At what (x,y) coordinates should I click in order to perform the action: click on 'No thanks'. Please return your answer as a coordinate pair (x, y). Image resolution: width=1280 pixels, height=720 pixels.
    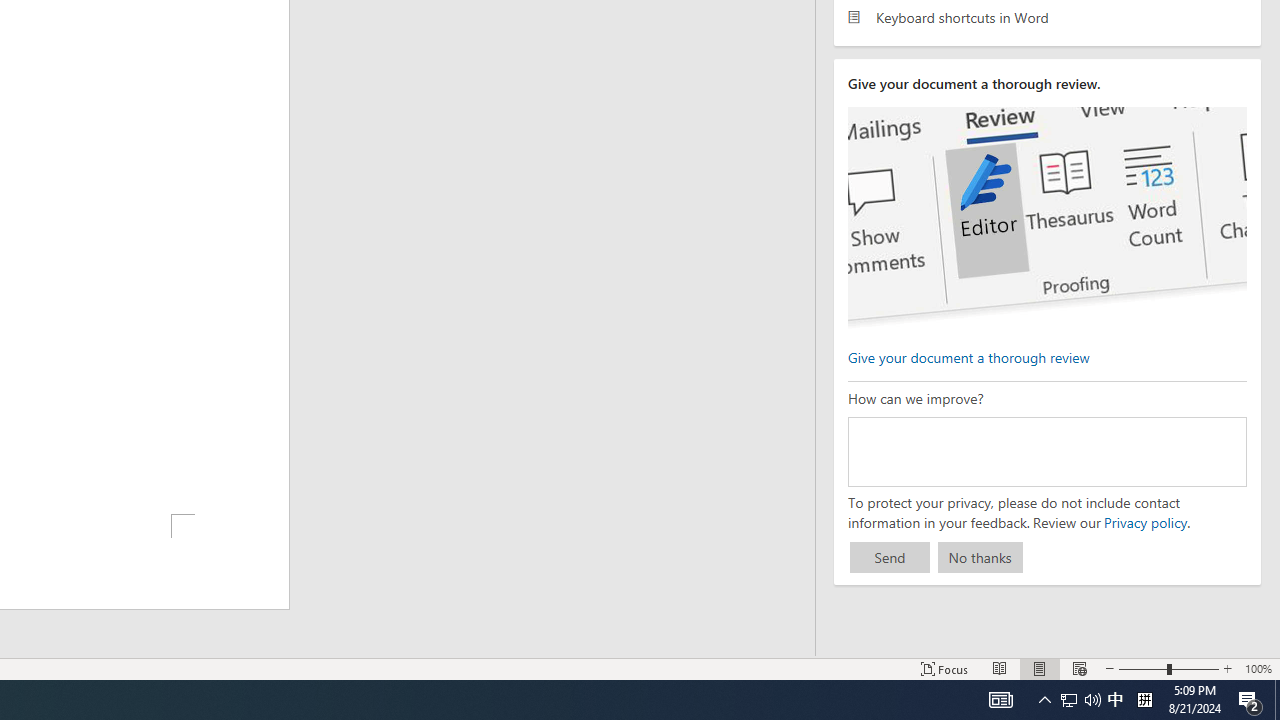
    Looking at the image, I should click on (980, 557).